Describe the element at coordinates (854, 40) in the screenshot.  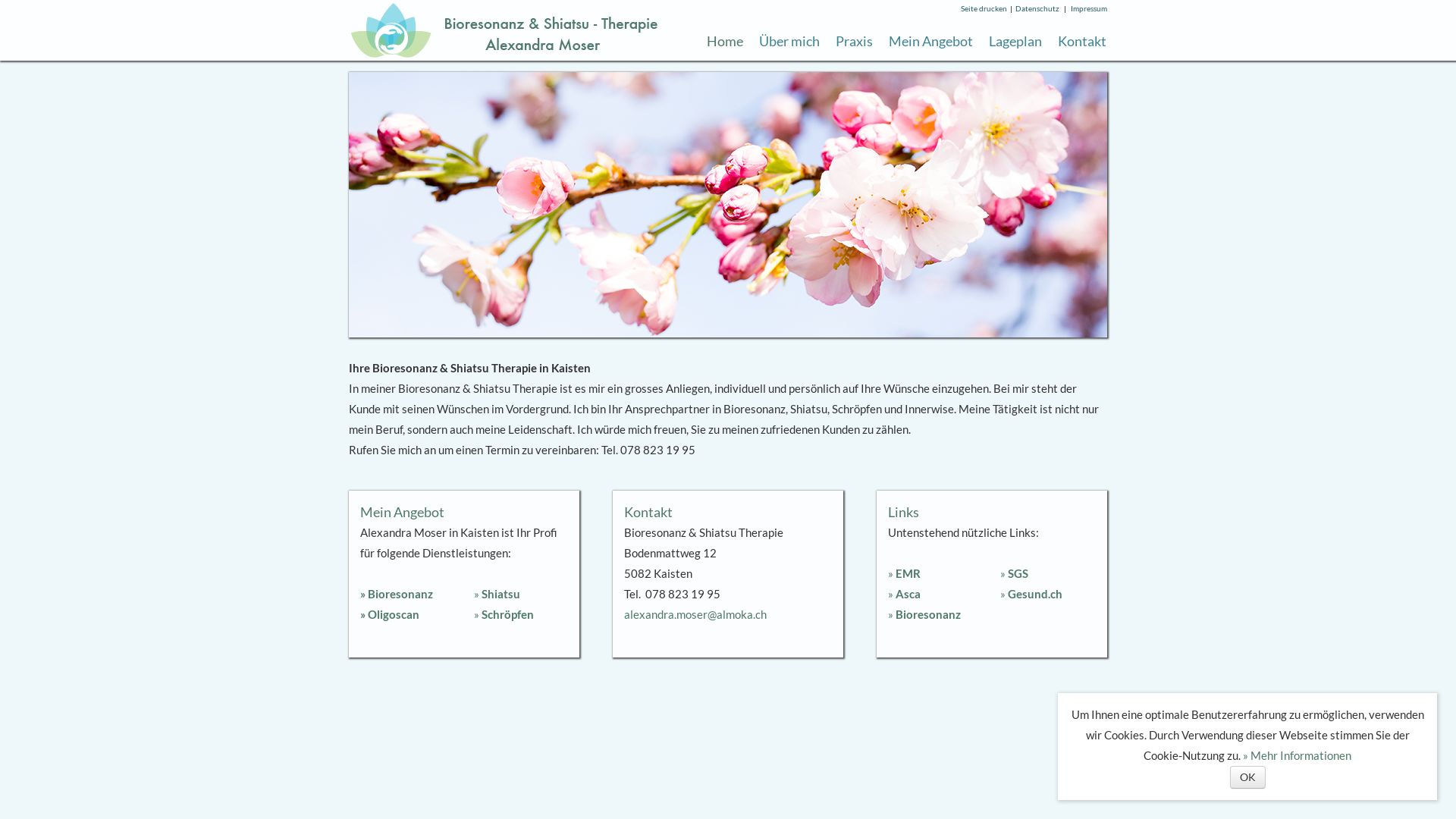
I see `'Praxis'` at that location.